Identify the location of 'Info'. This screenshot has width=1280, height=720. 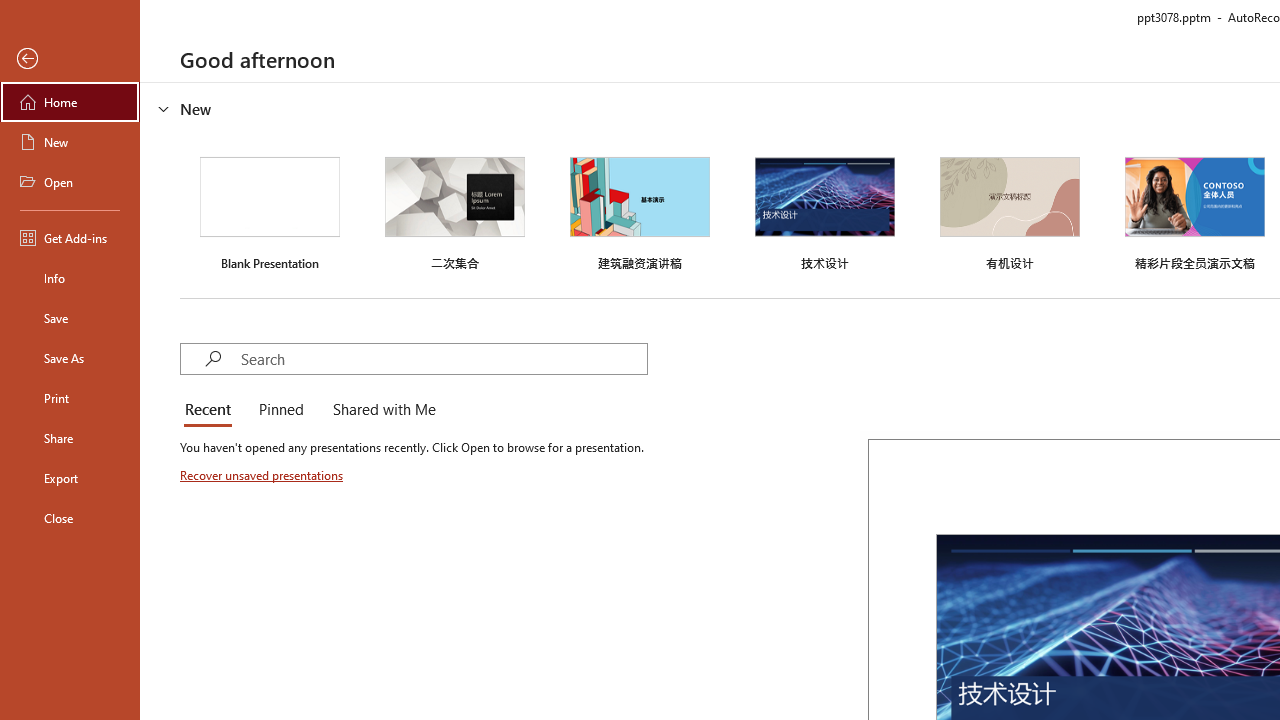
(69, 277).